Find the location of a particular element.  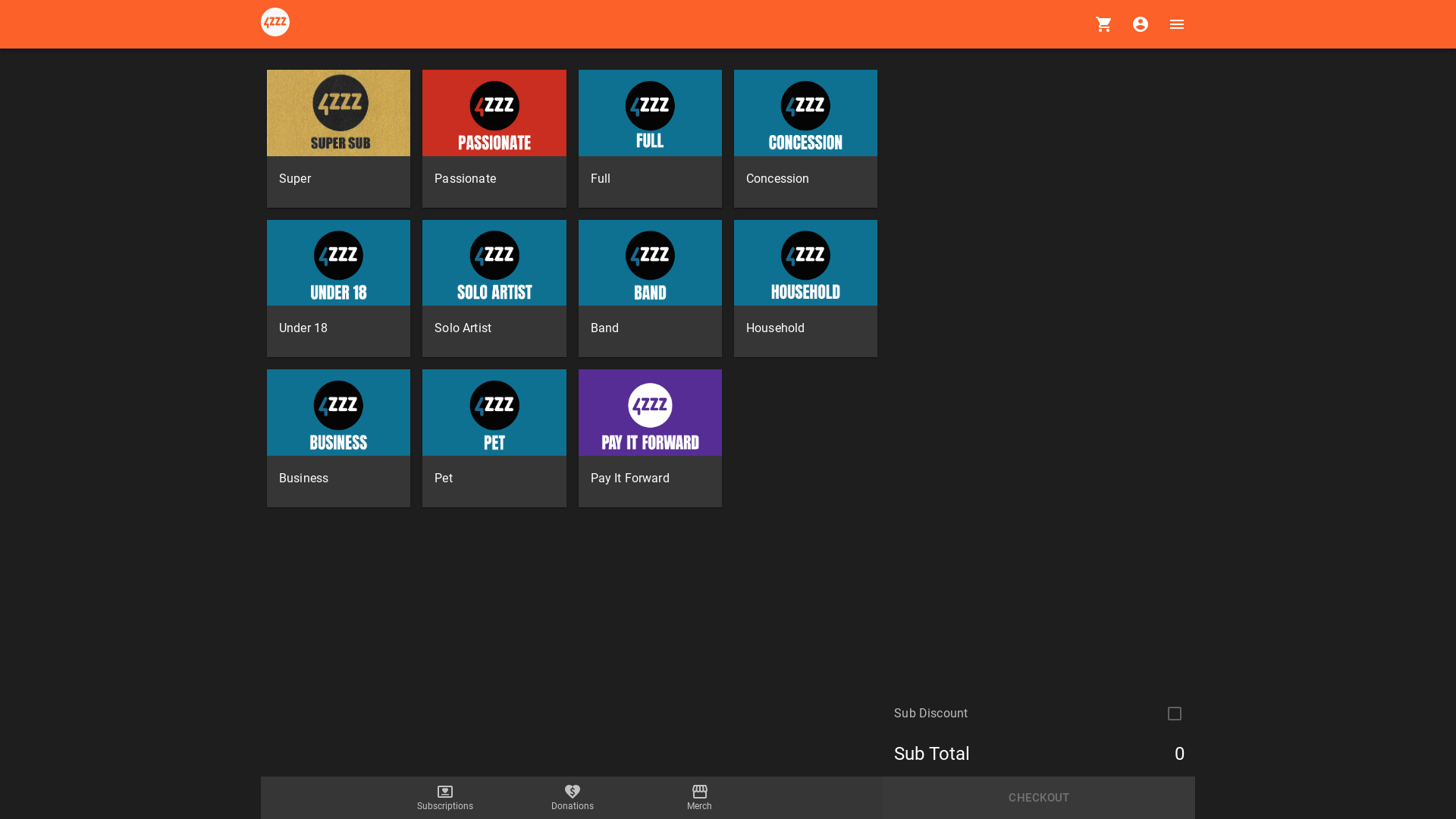

'Super' is located at coordinates (337, 138).